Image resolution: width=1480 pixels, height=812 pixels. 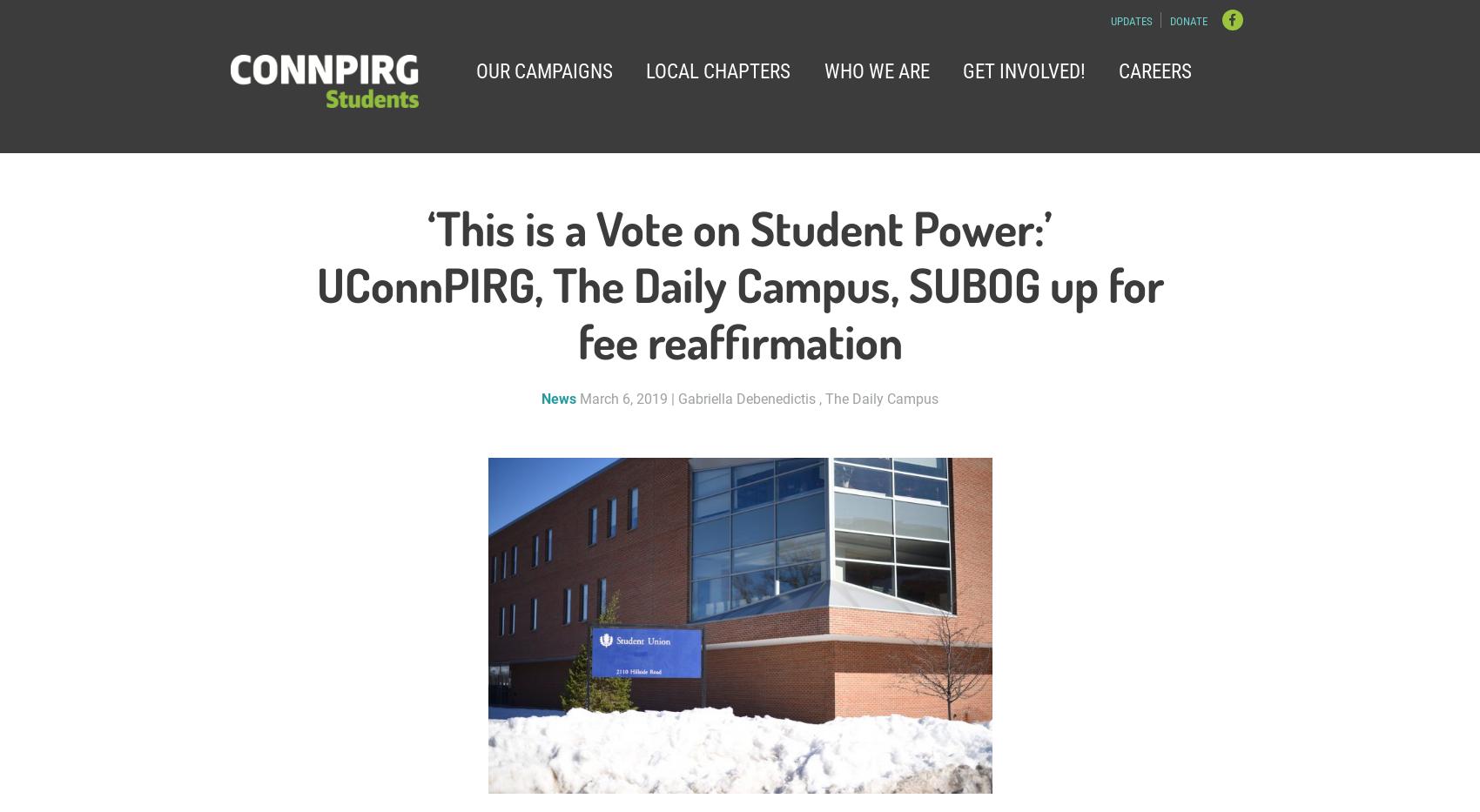 What do you see at coordinates (1130, 20) in the screenshot?
I see `'Updates'` at bounding box center [1130, 20].